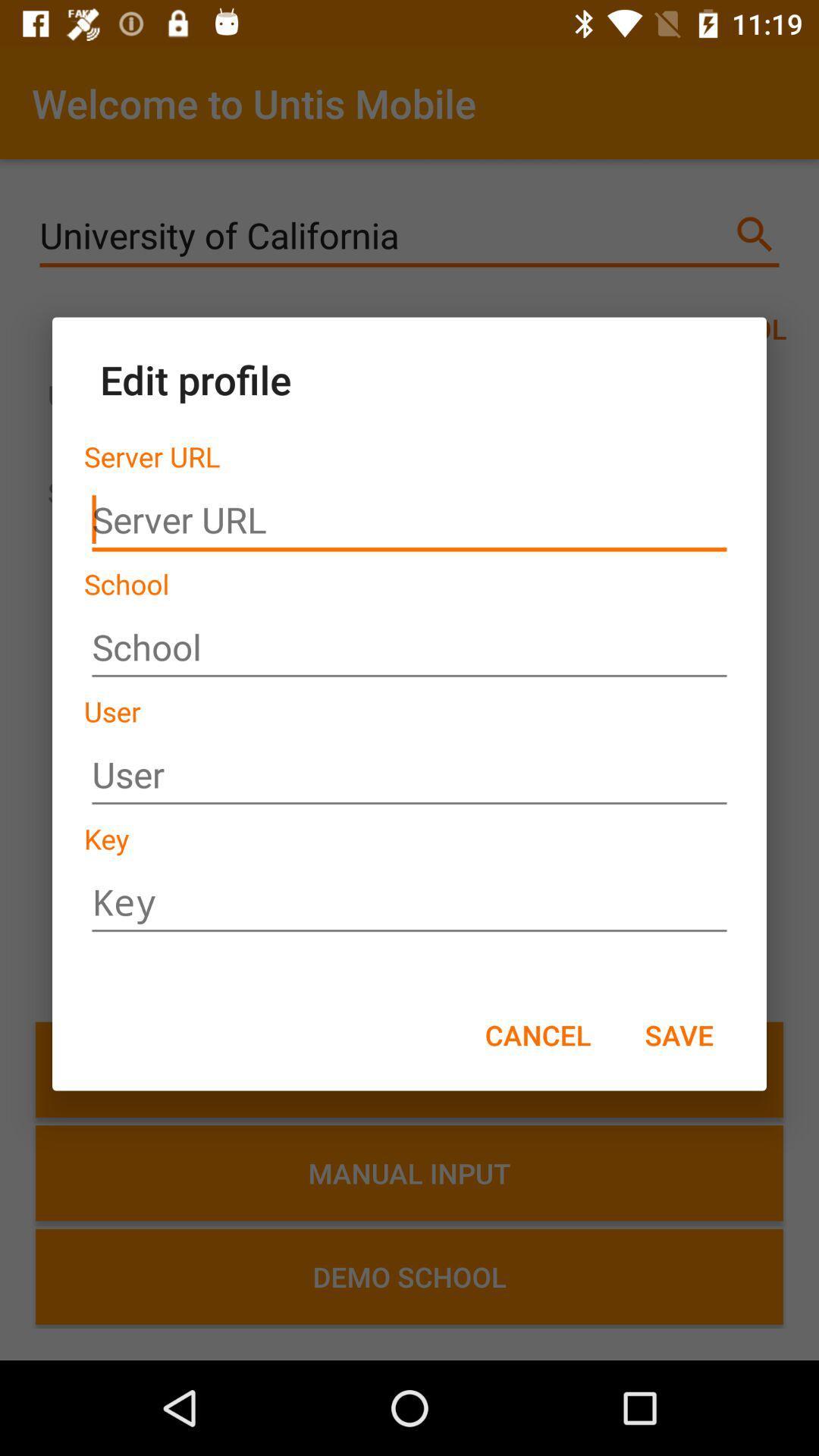  Describe the element at coordinates (409, 775) in the screenshot. I see `insert user info` at that location.